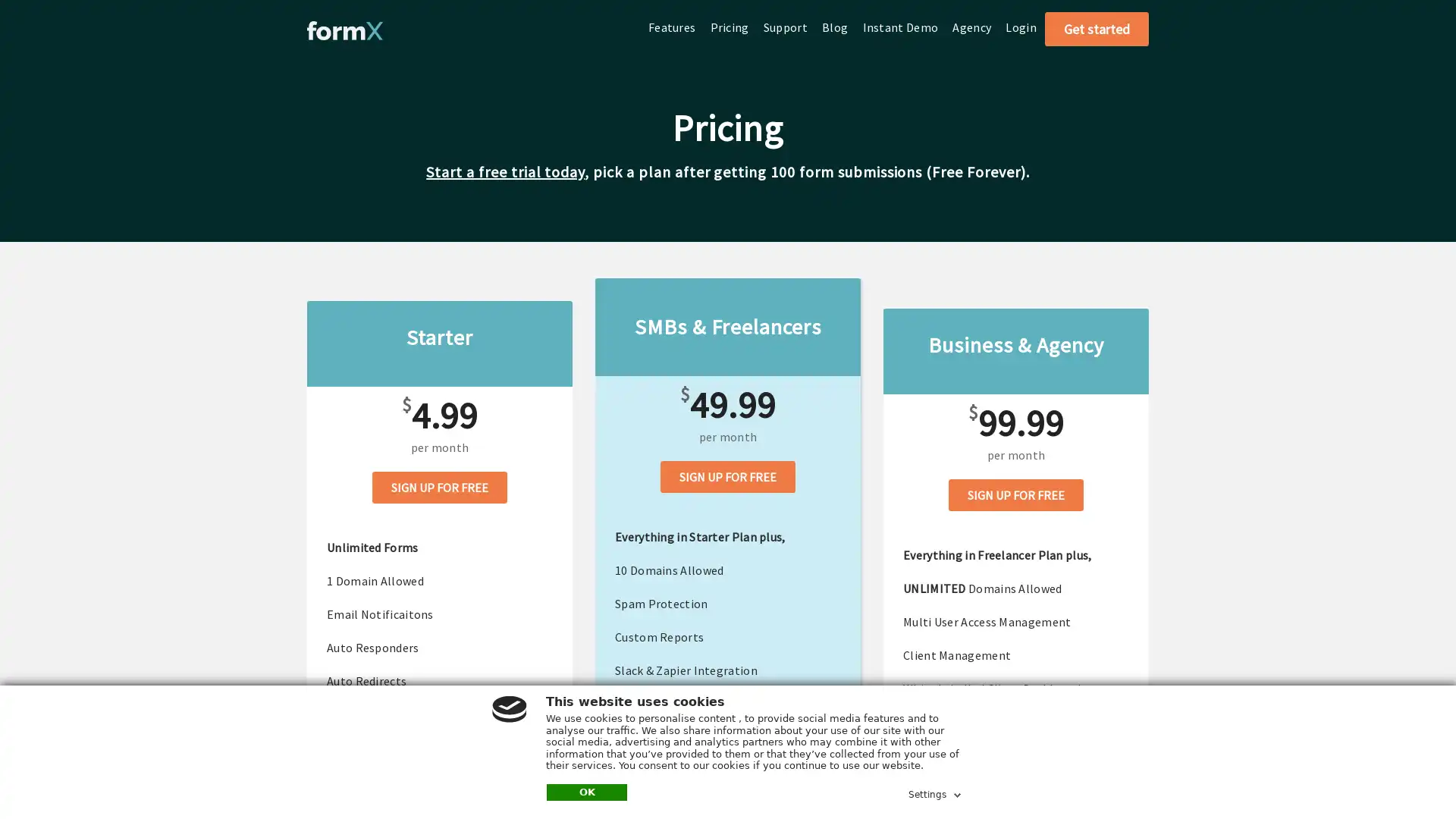 The width and height of the screenshot is (1456, 819). Describe the element at coordinates (728, 475) in the screenshot. I see `SIGN UP FOR FREE` at that location.